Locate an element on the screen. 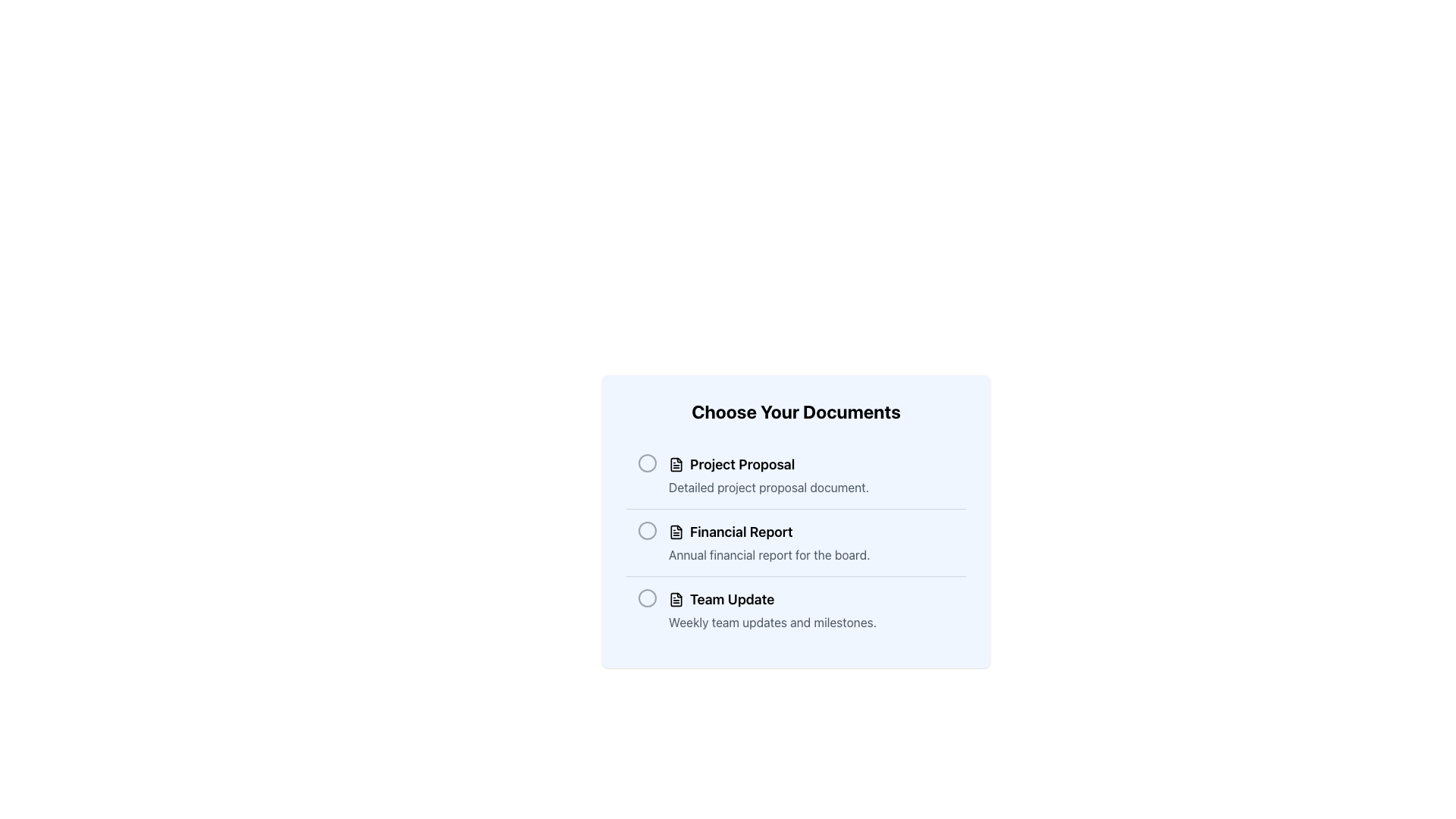 The image size is (1456, 819). the document icon located to the left of the 'Financial Report' text in the second item of the 'Choose Your Documents' list is located at coordinates (676, 532).